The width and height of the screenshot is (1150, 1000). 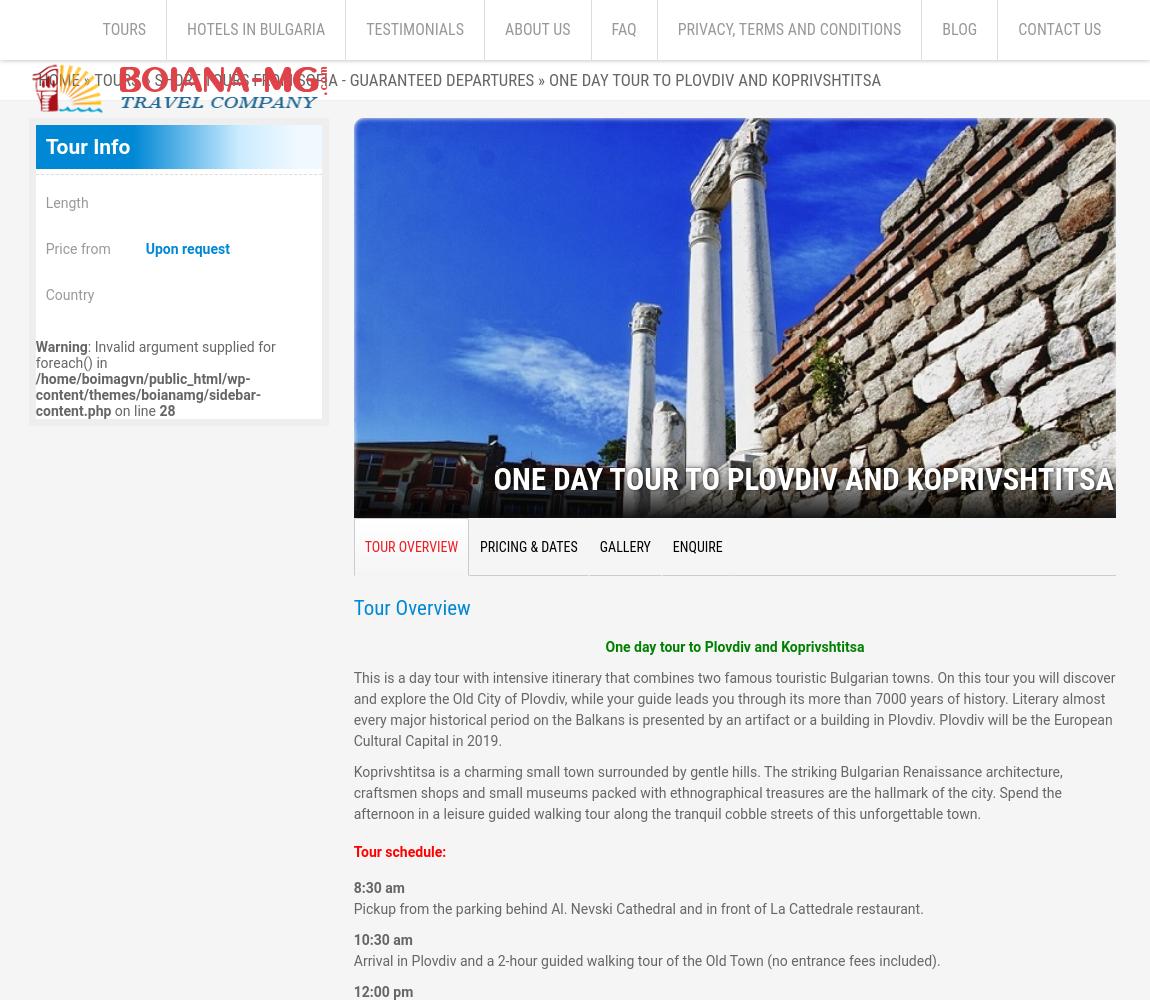 What do you see at coordinates (59, 345) in the screenshot?
I see `'Warning'` at bounding box center [59, 345].